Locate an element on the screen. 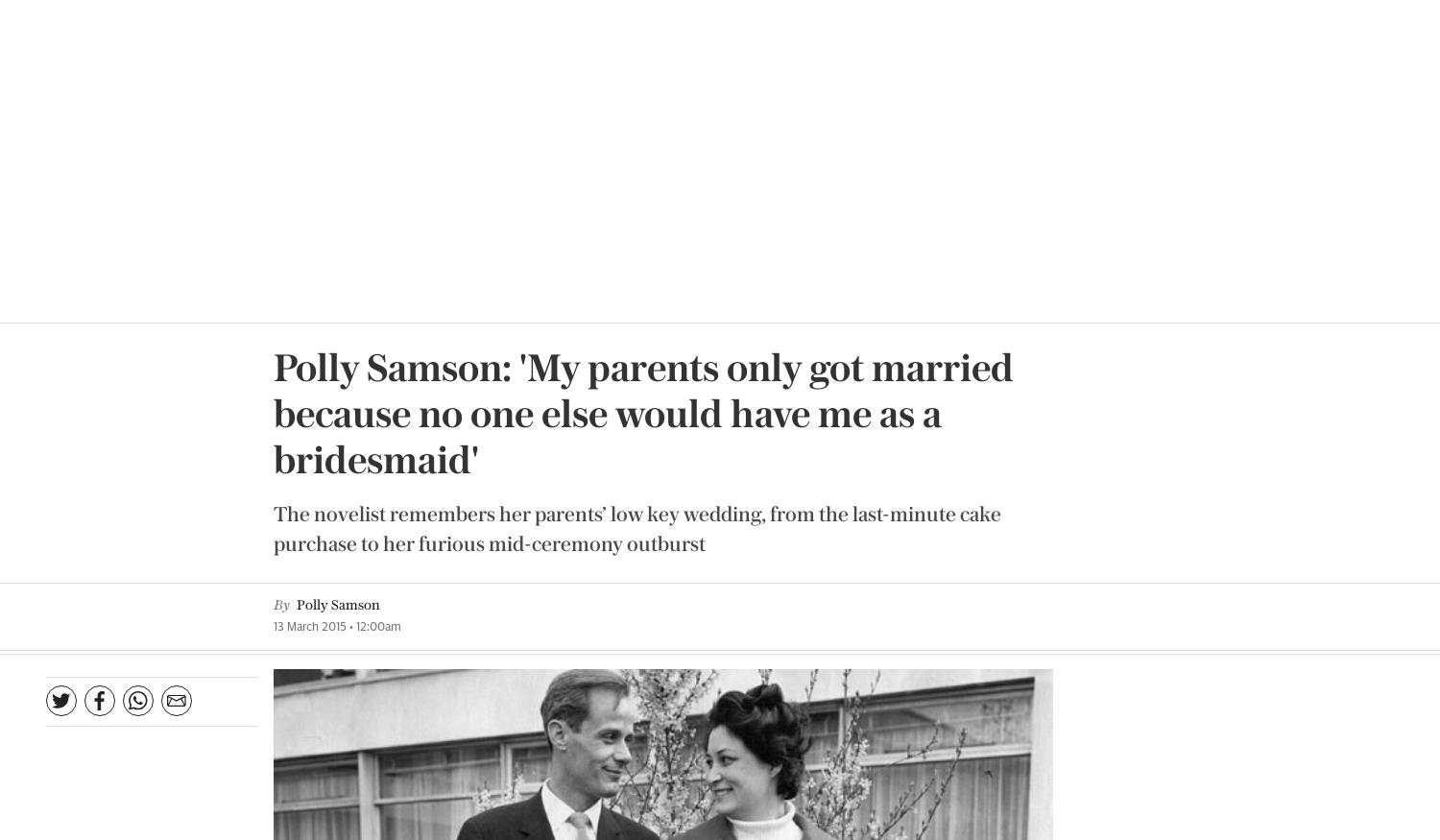 Image resolution: width=1440 pixels, height=840 pixels. 'Polly Samson’s new novel,' is located at coordinates (377, 468).